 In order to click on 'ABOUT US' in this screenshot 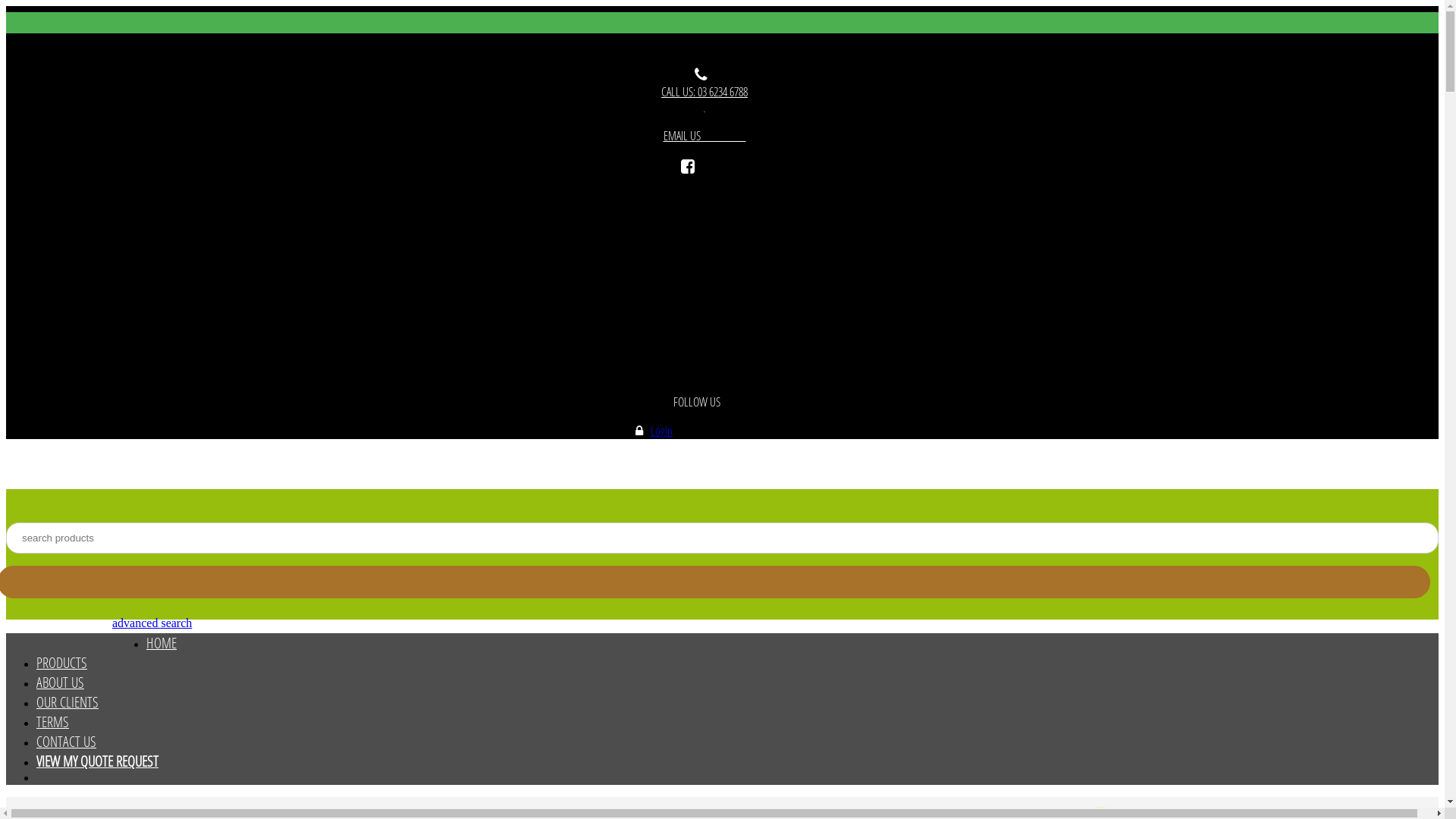, I will do `click(60, 681)`.